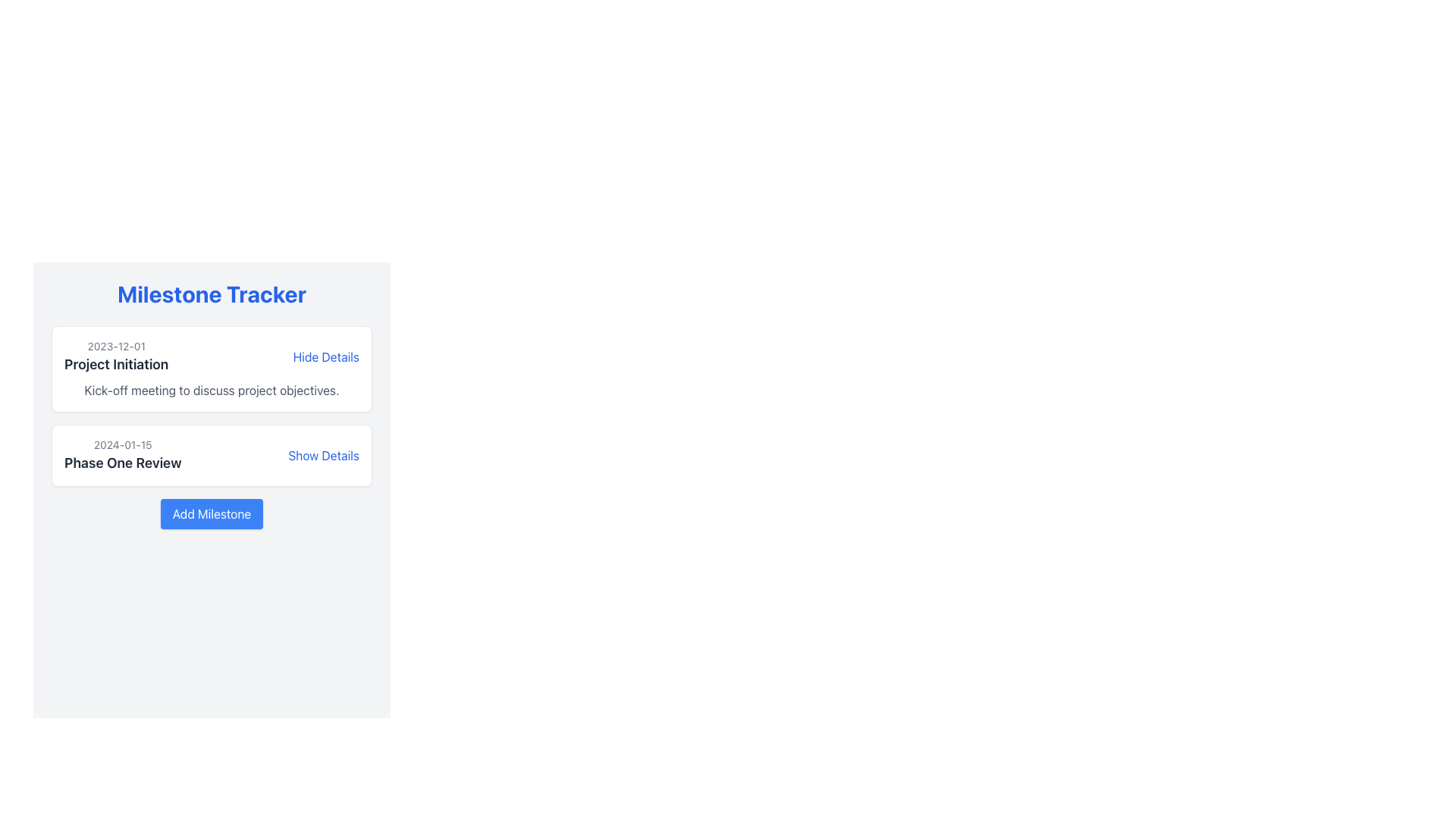  What do you see at coordinates (115, 346) in the screenshot?
I see `the static text label displaying the date associated with the milestone event titled 'Project Initiation', which is positioned at the top of its grouping block` at bounding box center [115, 346].